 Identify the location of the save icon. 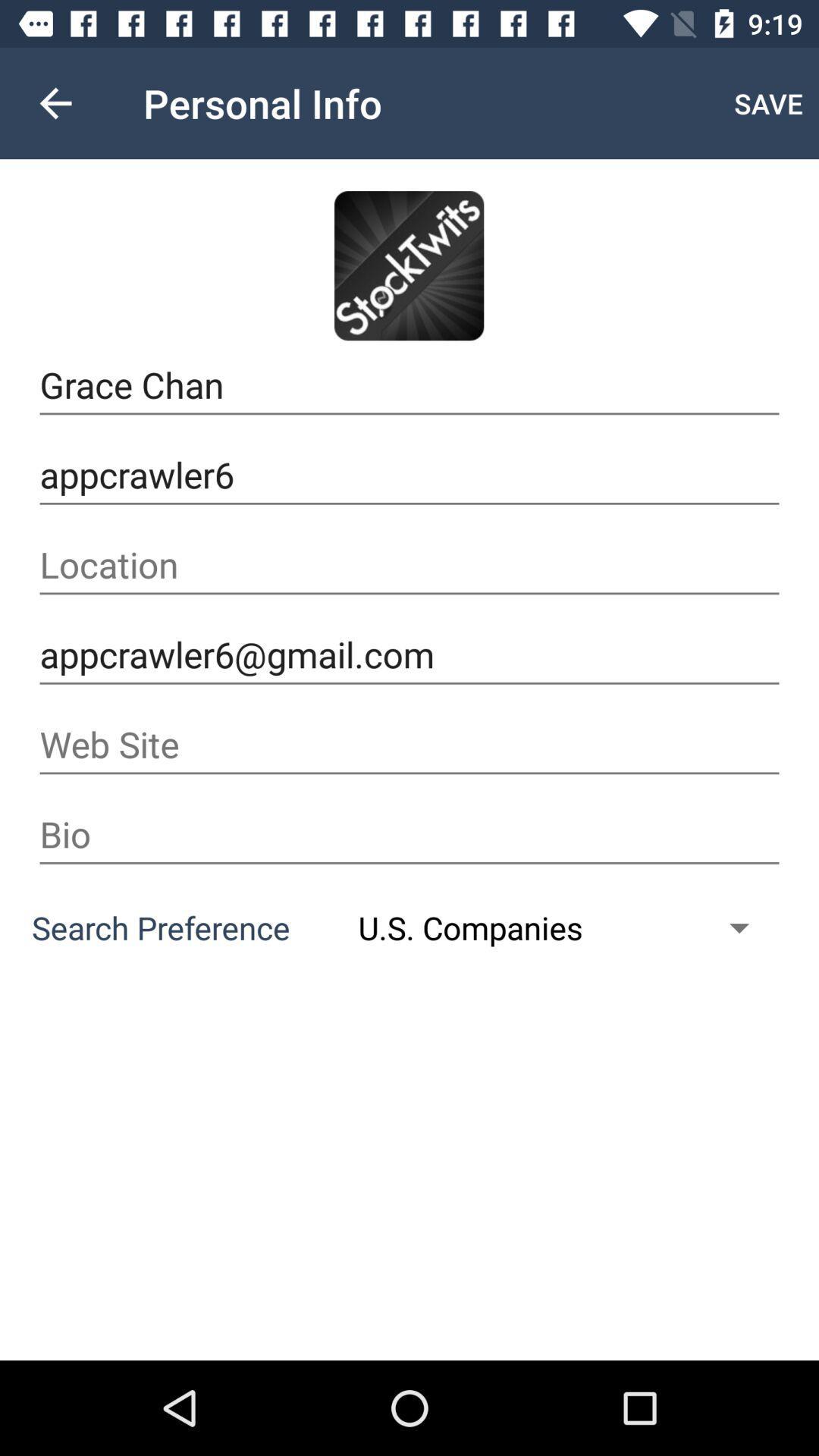
(768, 102).